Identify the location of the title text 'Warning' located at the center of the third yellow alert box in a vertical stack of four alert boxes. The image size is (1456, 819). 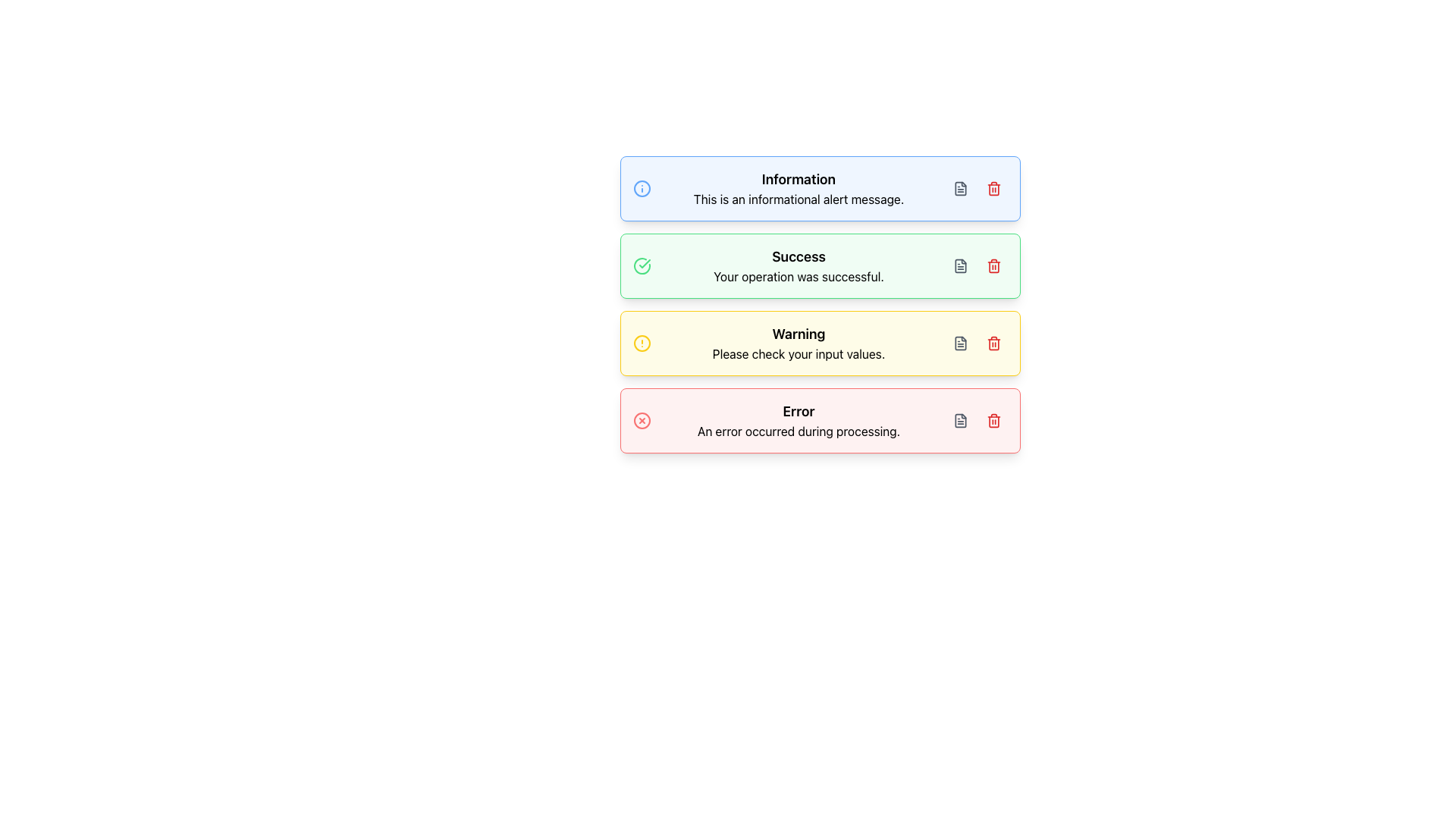
(798, 333).